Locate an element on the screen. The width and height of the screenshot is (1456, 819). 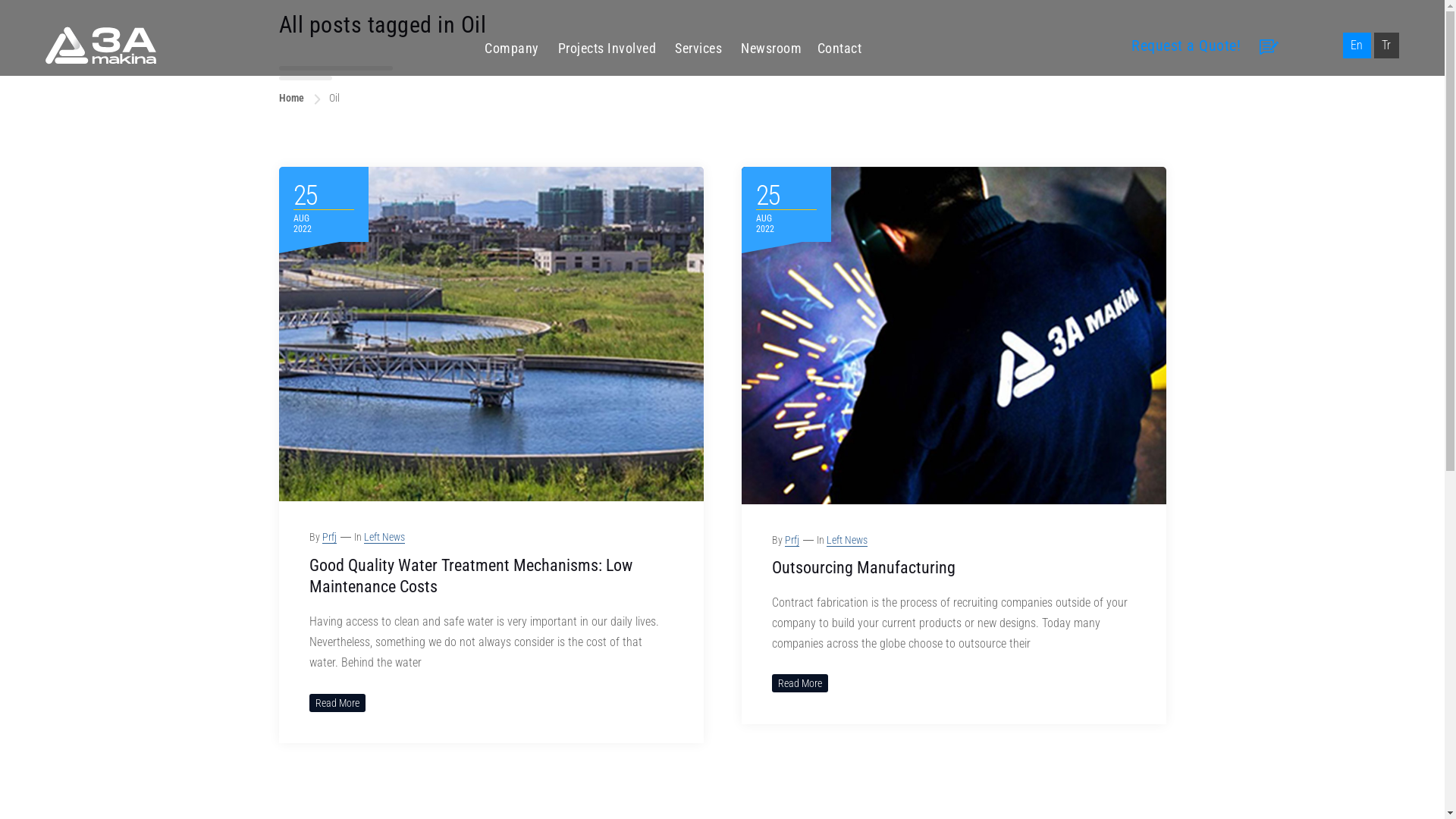
'Newsroom' is located at coordinates (771, 48).